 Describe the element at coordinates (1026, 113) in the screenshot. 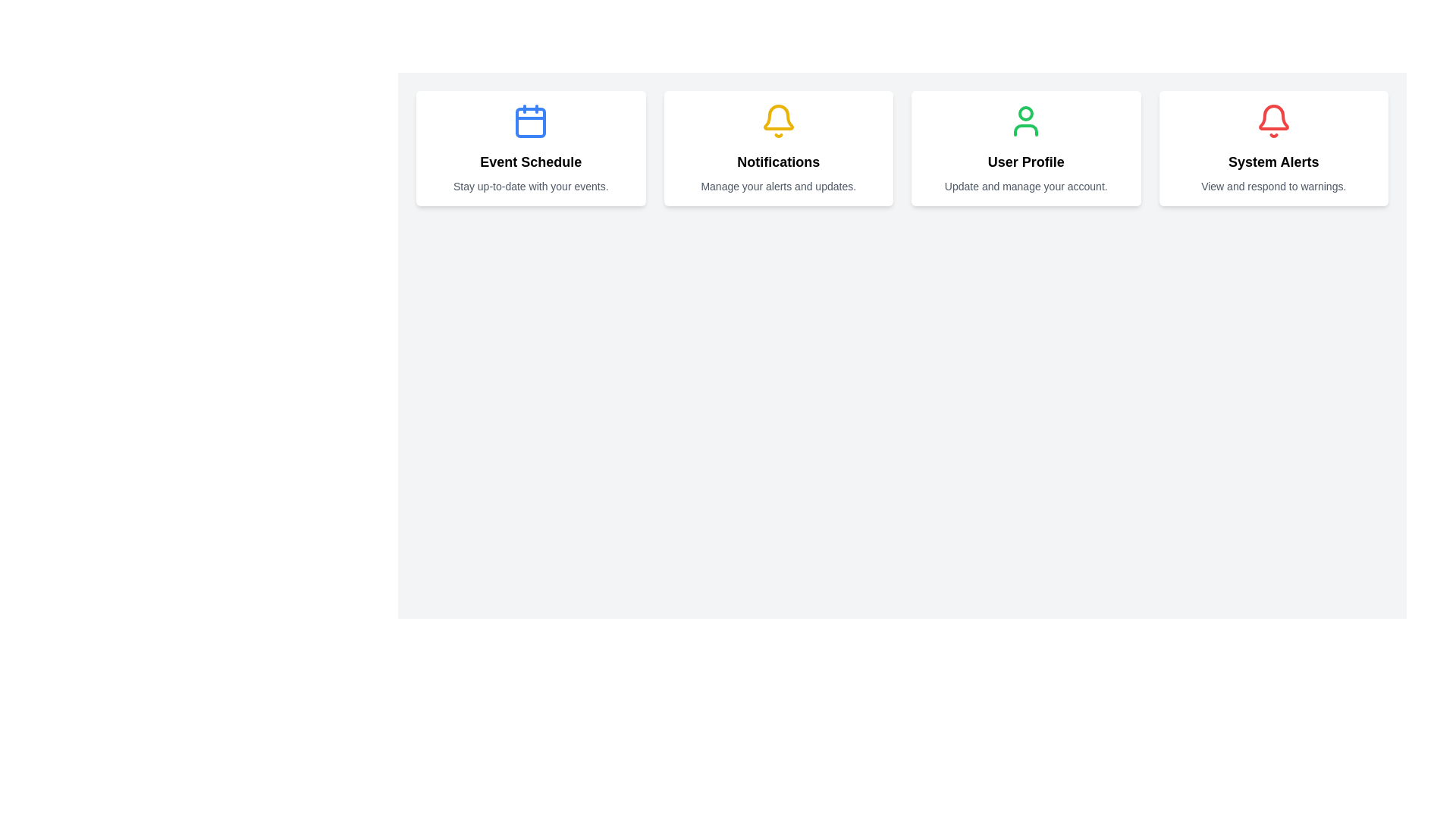

I see `the smaller circle that defines the head of the user icon in the User Profile card, which is centrally positioned within the icon` at that location.